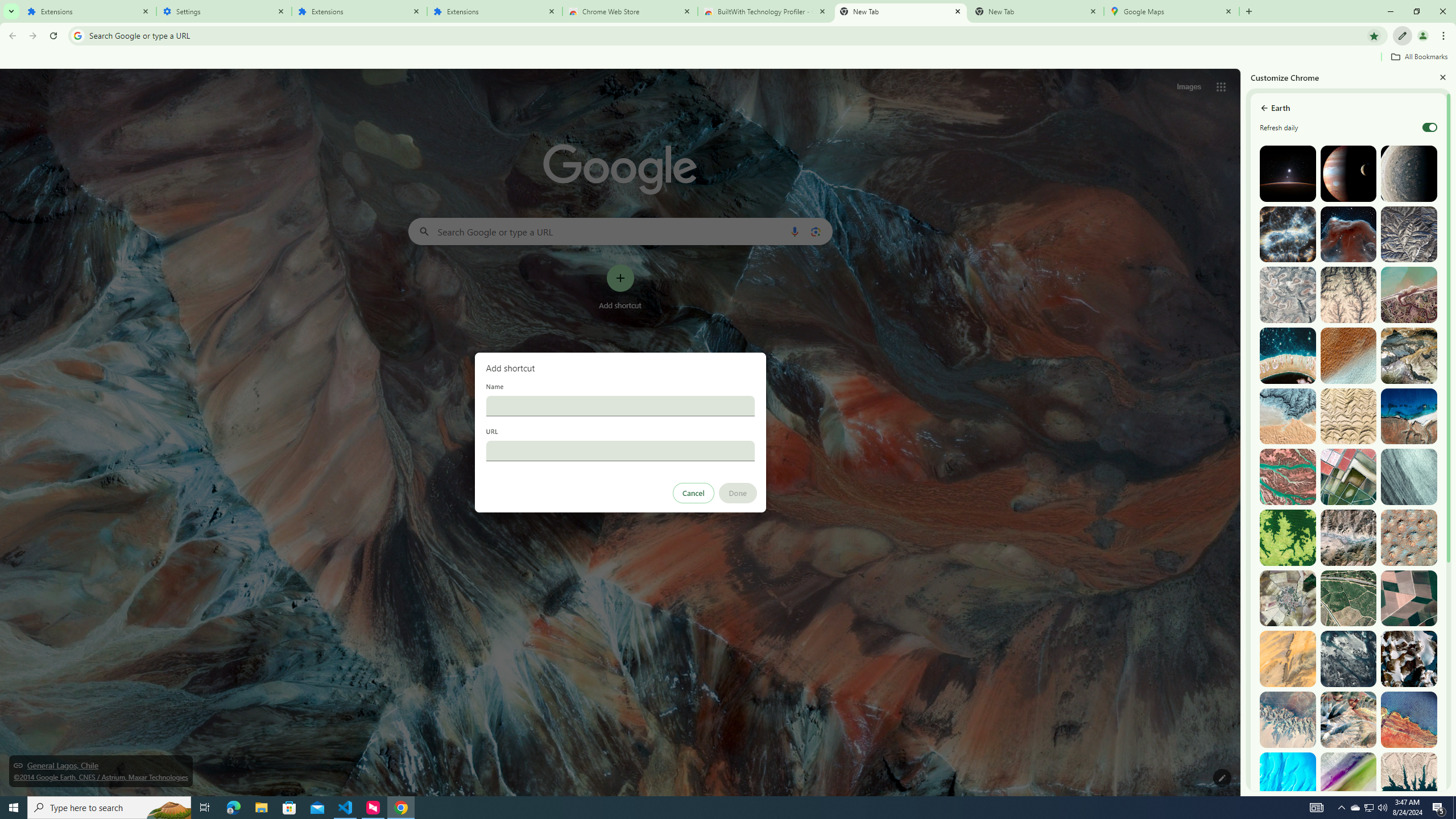  I want to click on 'Name', so click(619, 405).